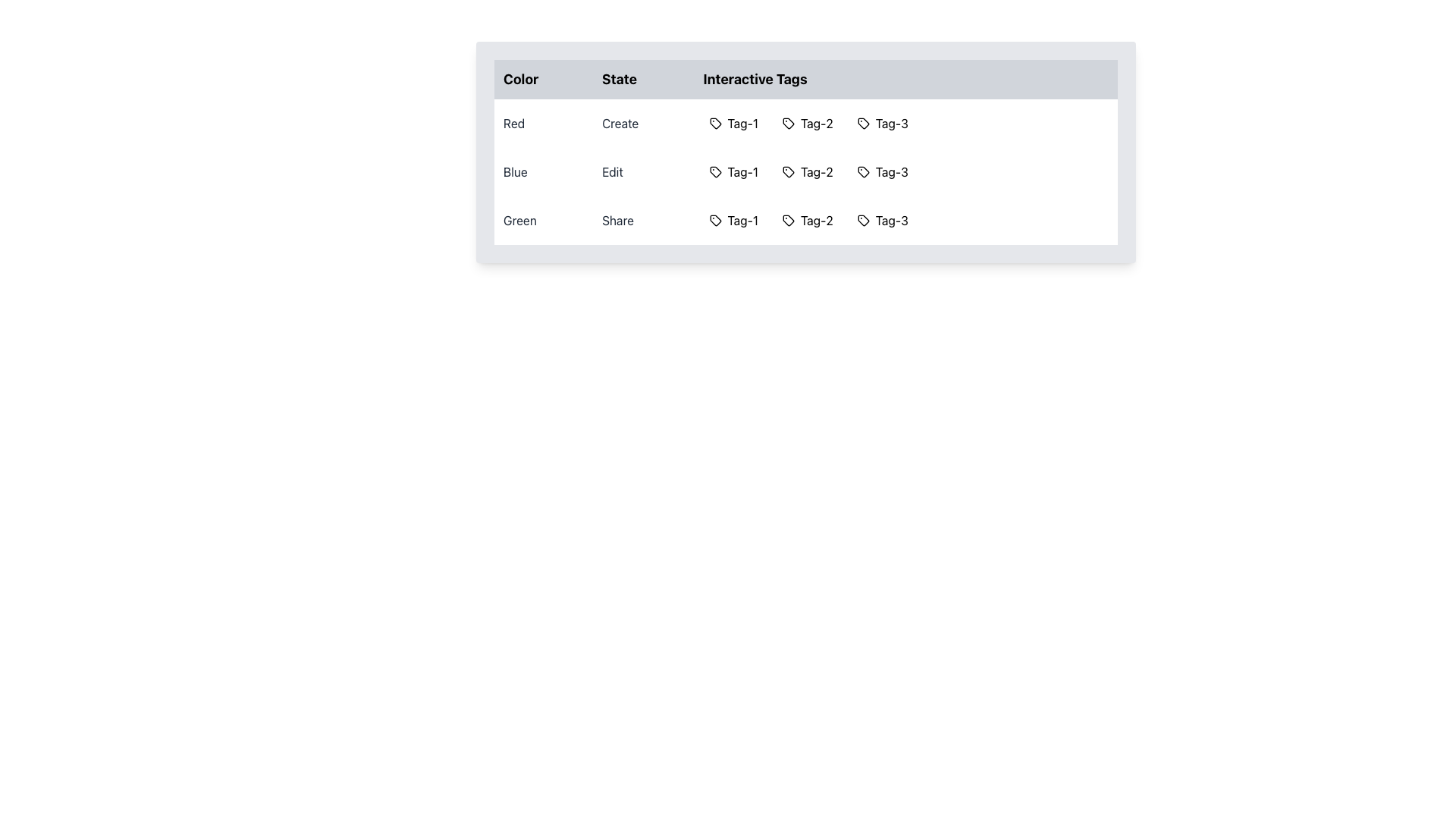 The height and width of the screenshot is (819, 1456). I want to click on the third tag-like text label in the 'Green' row under the 'Interactive Tags' column to trigger a tooltip or highlight, so click(892, 220).